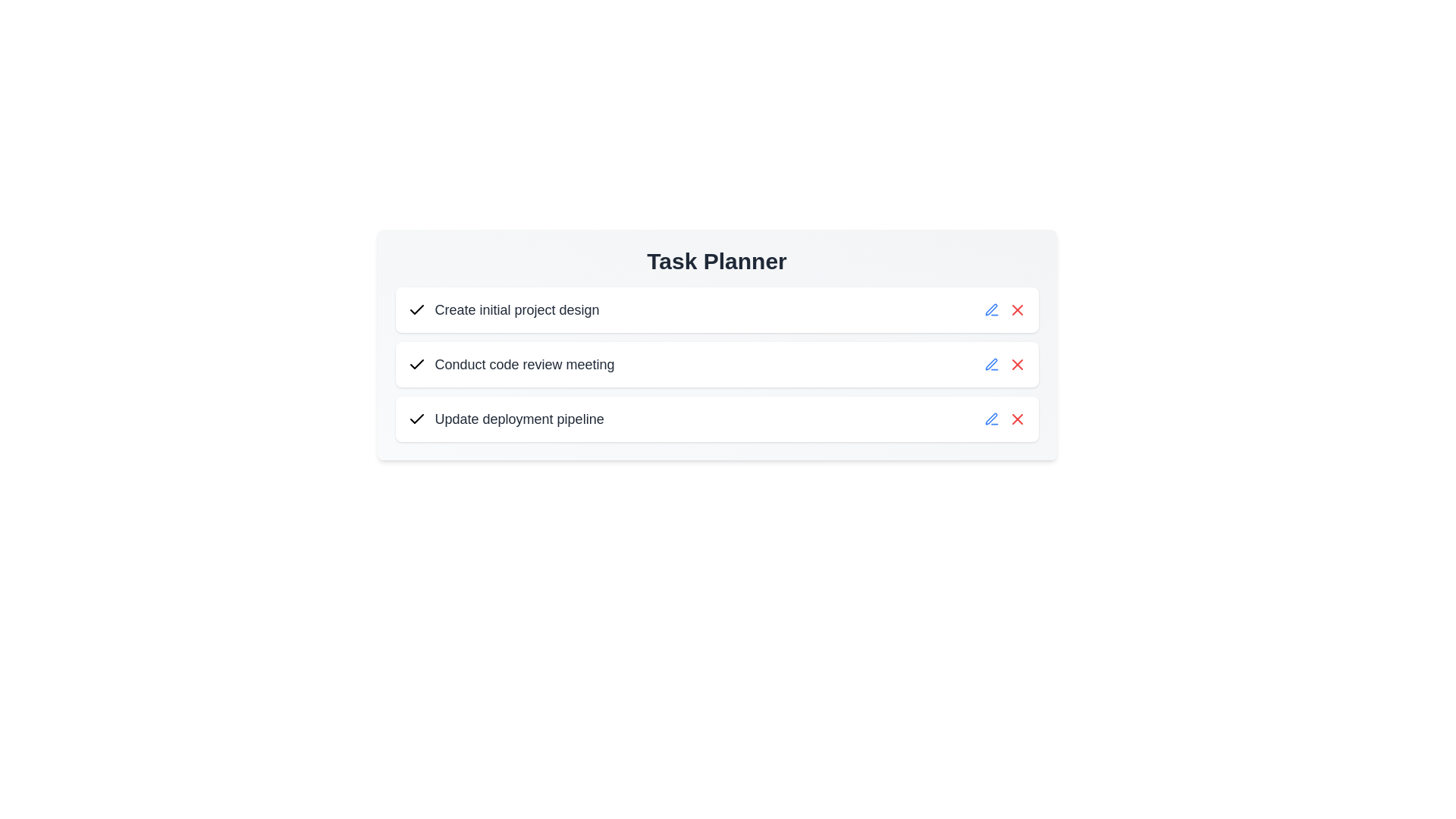  Describe the element at coordinates (511, 365) in the screenshot. I see `the second task list item labeled 'Conduct code review meeting' with a checkbox` at that location.